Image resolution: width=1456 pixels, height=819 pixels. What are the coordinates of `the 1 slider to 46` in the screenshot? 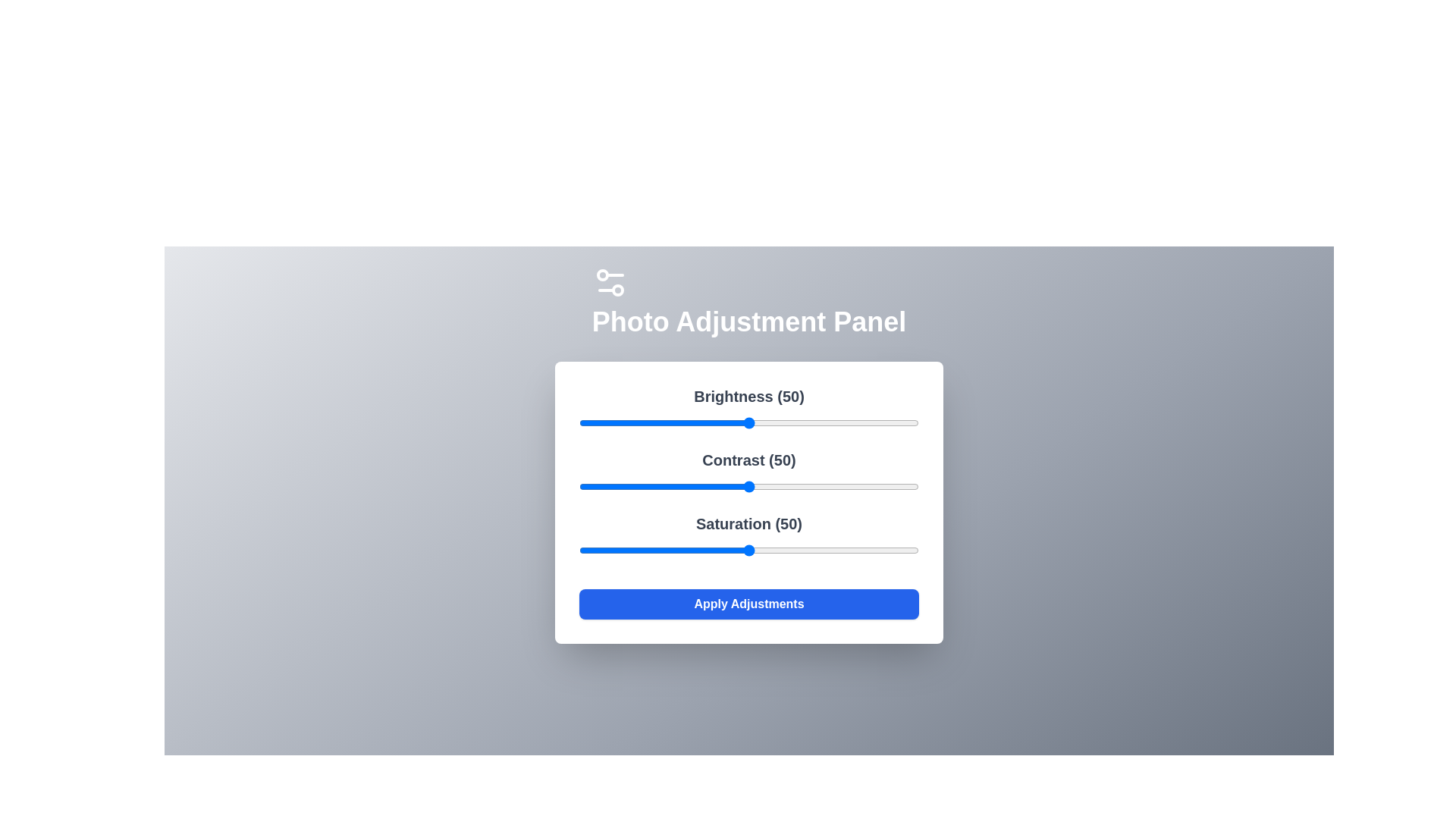 It's located at (735, 486).